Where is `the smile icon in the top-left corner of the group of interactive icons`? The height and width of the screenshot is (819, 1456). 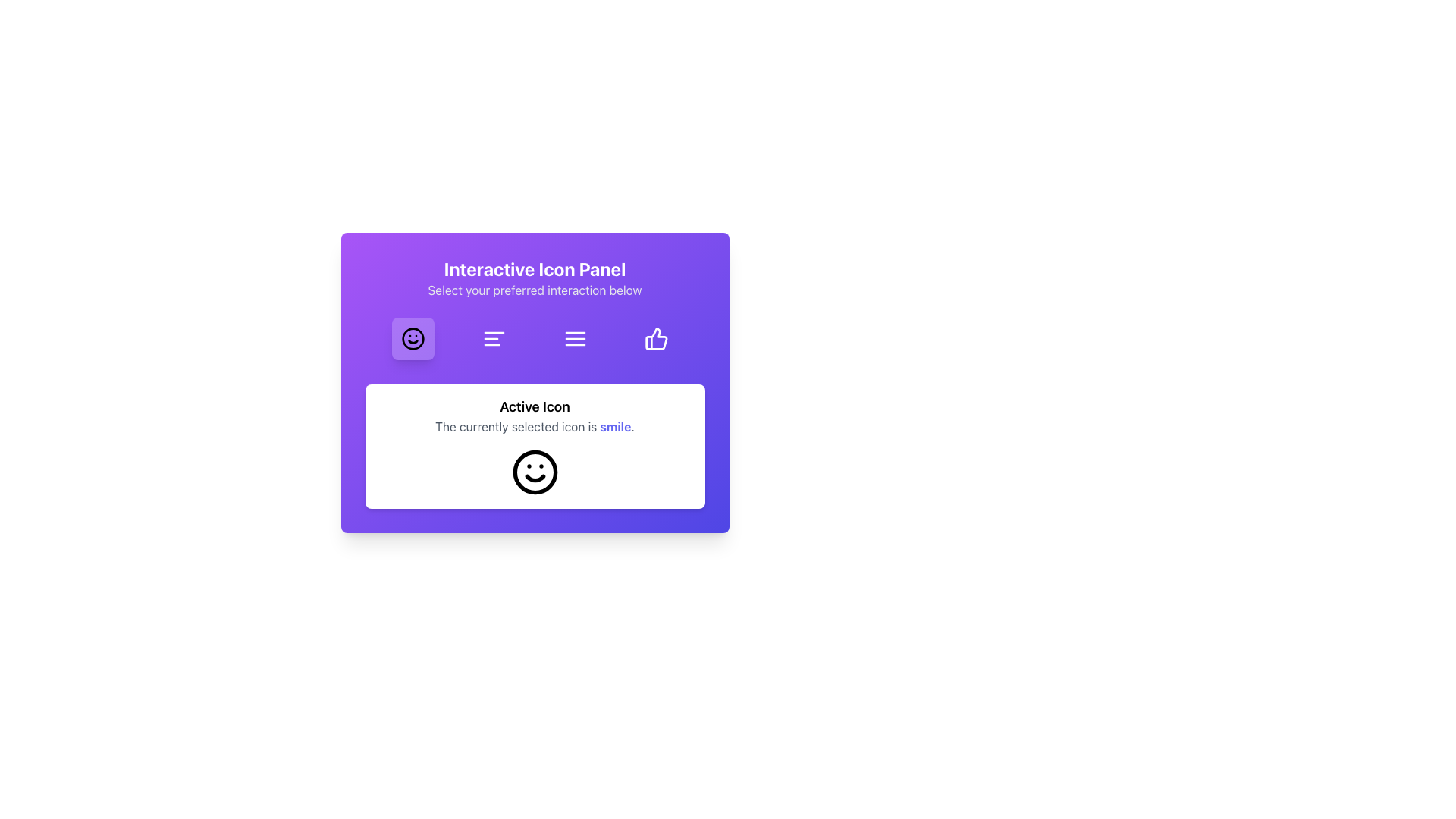
the smile icon in the top-left corner of the group of interactive icons is located at coordinates (413, 338).